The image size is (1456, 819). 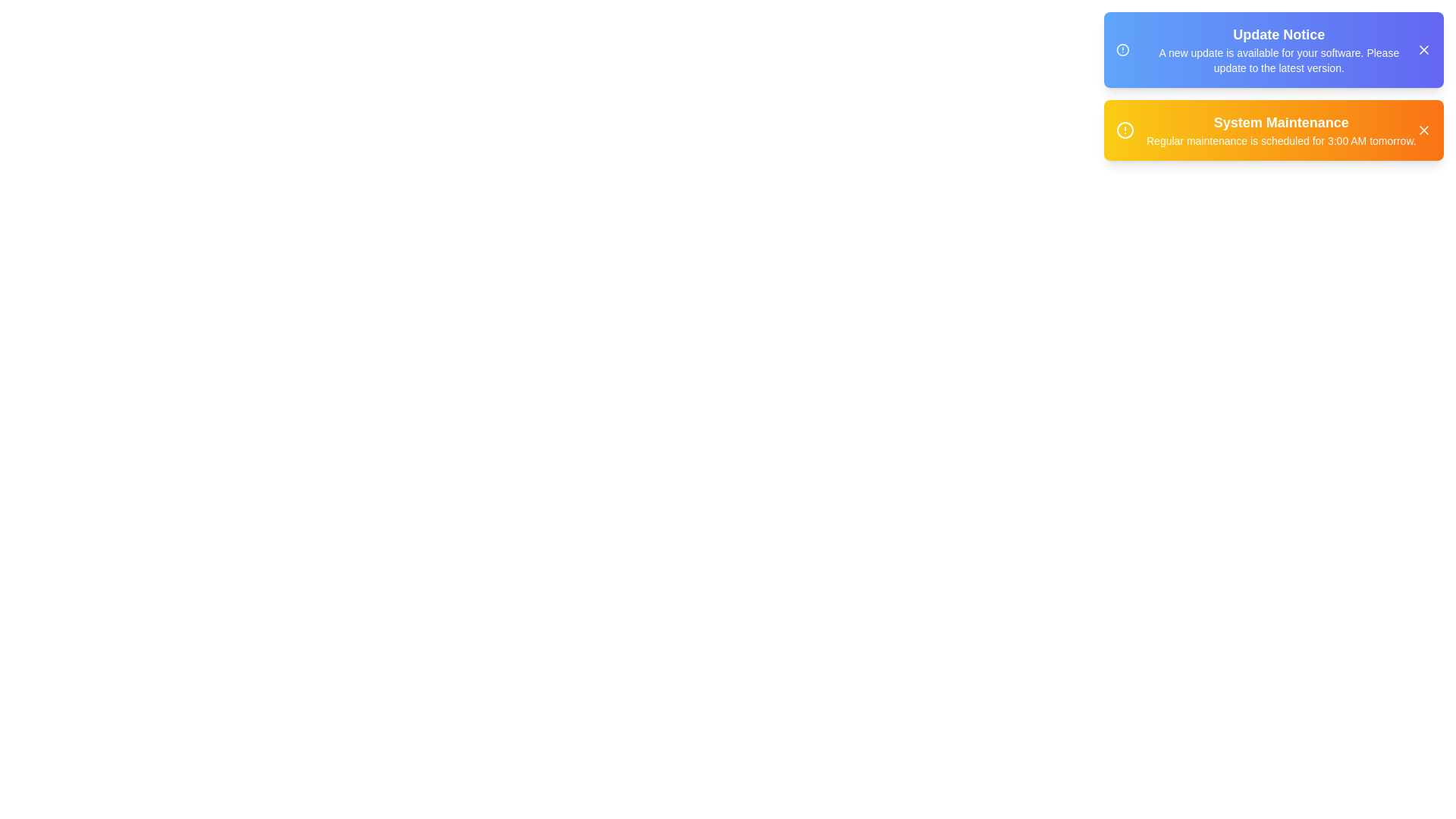 What do you see at coordinates (1423, 49) in the screenshot?
I see `close button of the alert with title Update Notice` at bounding box center [1423, 49].